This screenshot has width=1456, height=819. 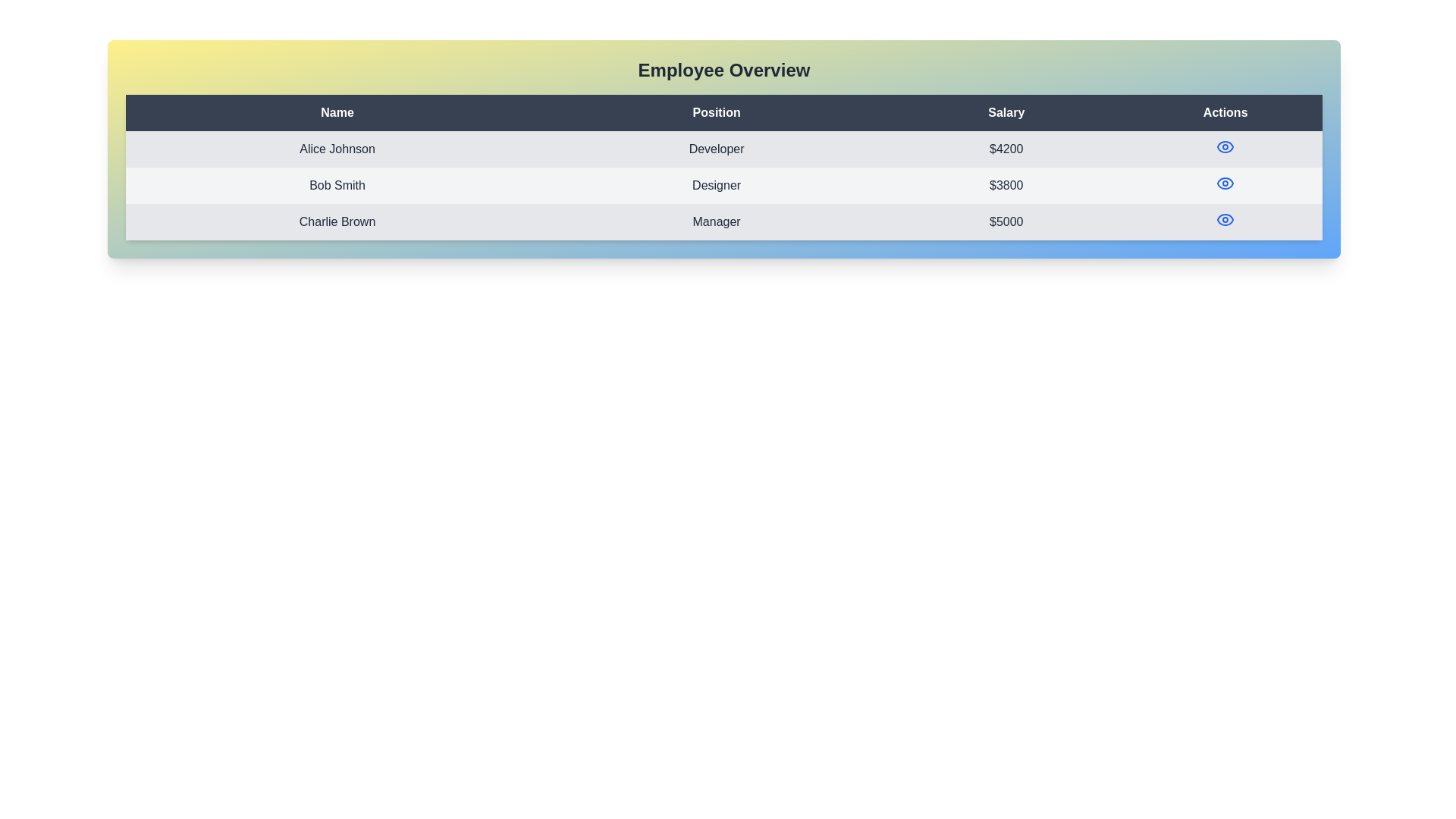 I want to click on the blue-colored eye icon button located in the 'Actions' column of the row labeled 'Alice Johnson', so click(x=1225, y=149).